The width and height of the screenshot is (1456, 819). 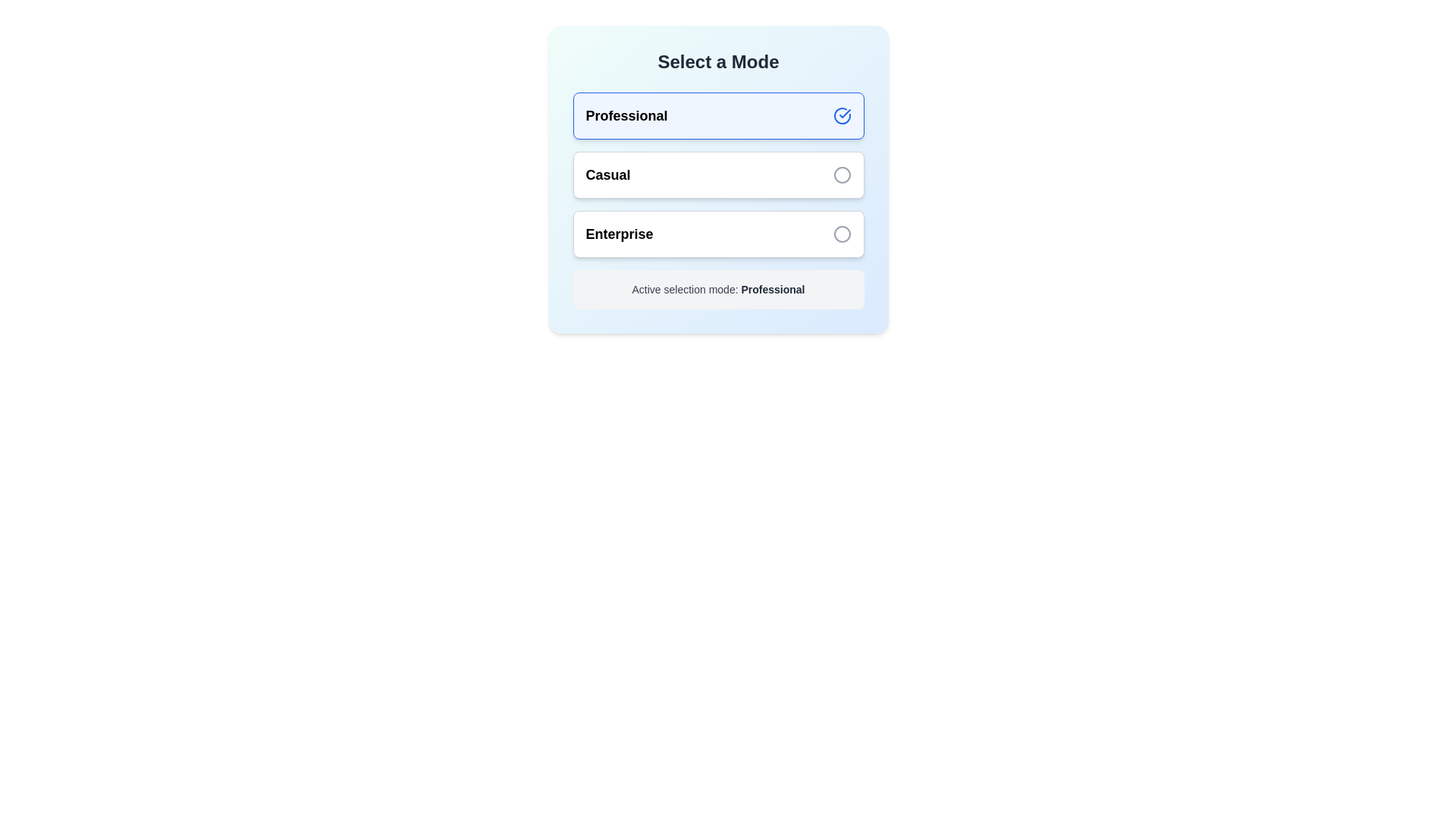 I want to click on the radio button, so click(x=841, y=174).